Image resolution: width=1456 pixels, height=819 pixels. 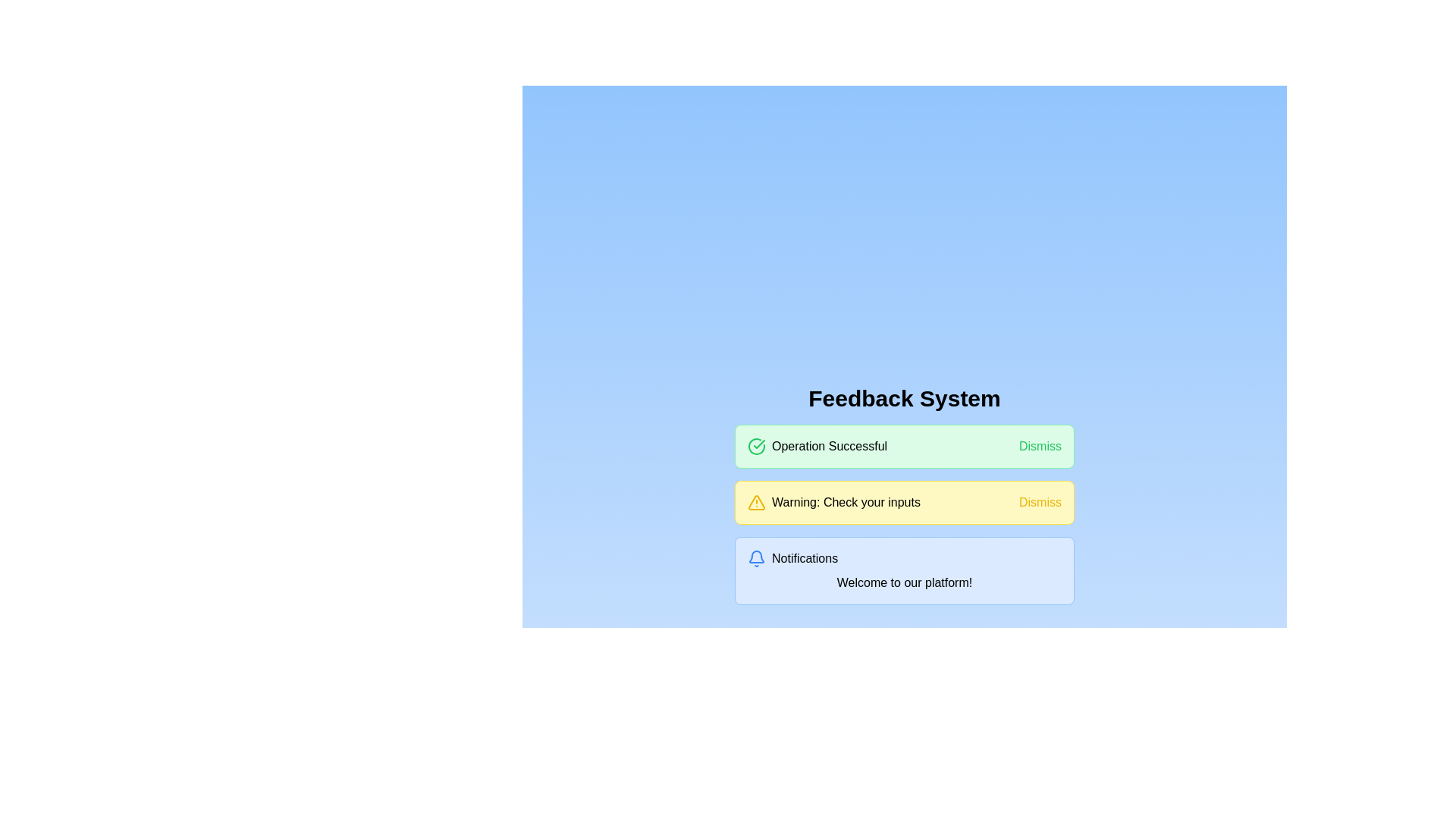 What do you see at coordinates (757, 446) in the screenshot?
I see `the green circular icon with a checkmark inside, which is located to the left of the 'Operation Successful' message in the topmost notification area` at bounding box center [757, 446].